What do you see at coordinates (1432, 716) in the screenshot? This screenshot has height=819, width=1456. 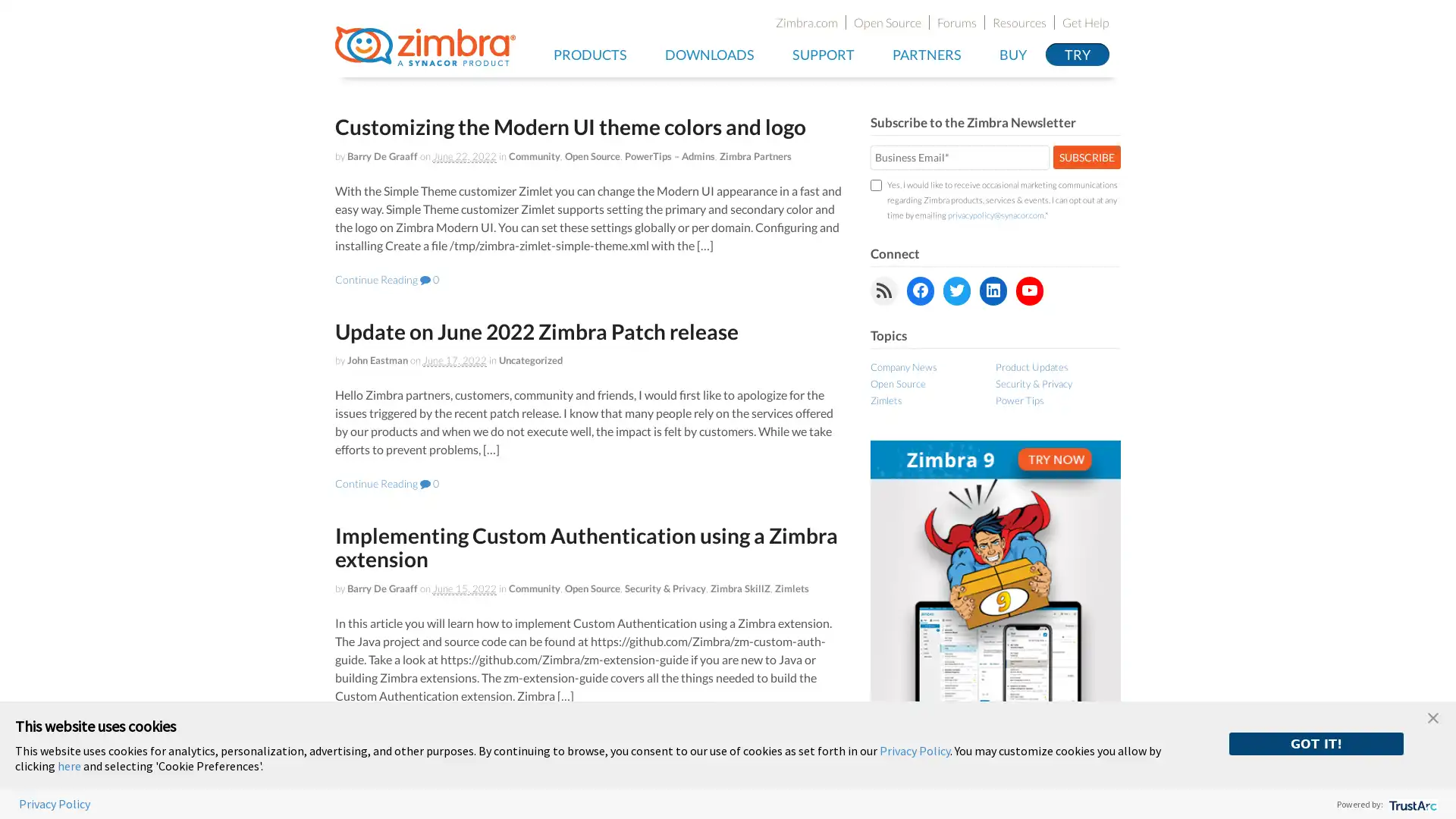 I see `close banner` at bounding box center [1432, 716].